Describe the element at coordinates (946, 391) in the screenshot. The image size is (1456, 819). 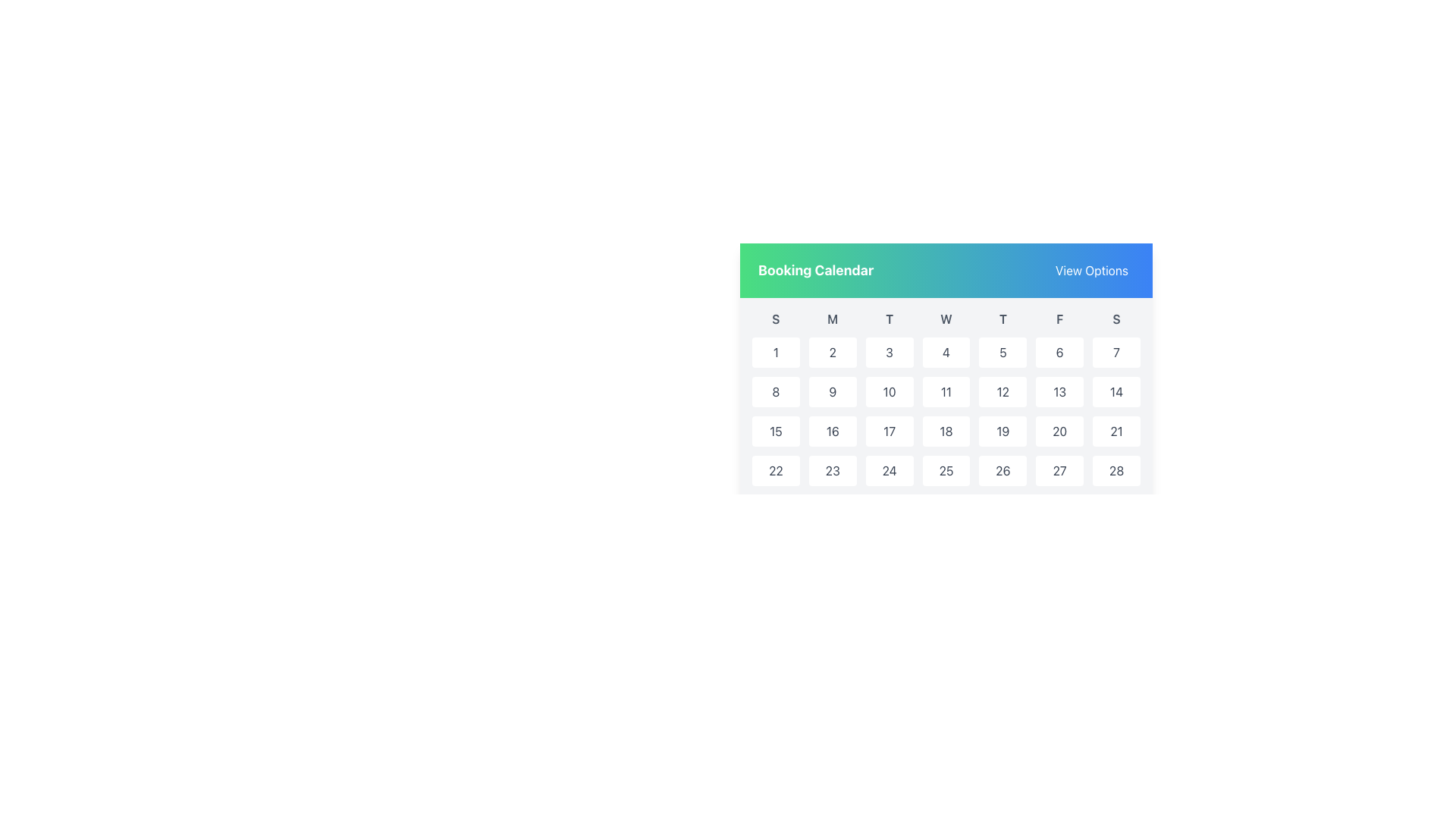
I see `the textual date element displaying '11' within the calendar grid` at that location.